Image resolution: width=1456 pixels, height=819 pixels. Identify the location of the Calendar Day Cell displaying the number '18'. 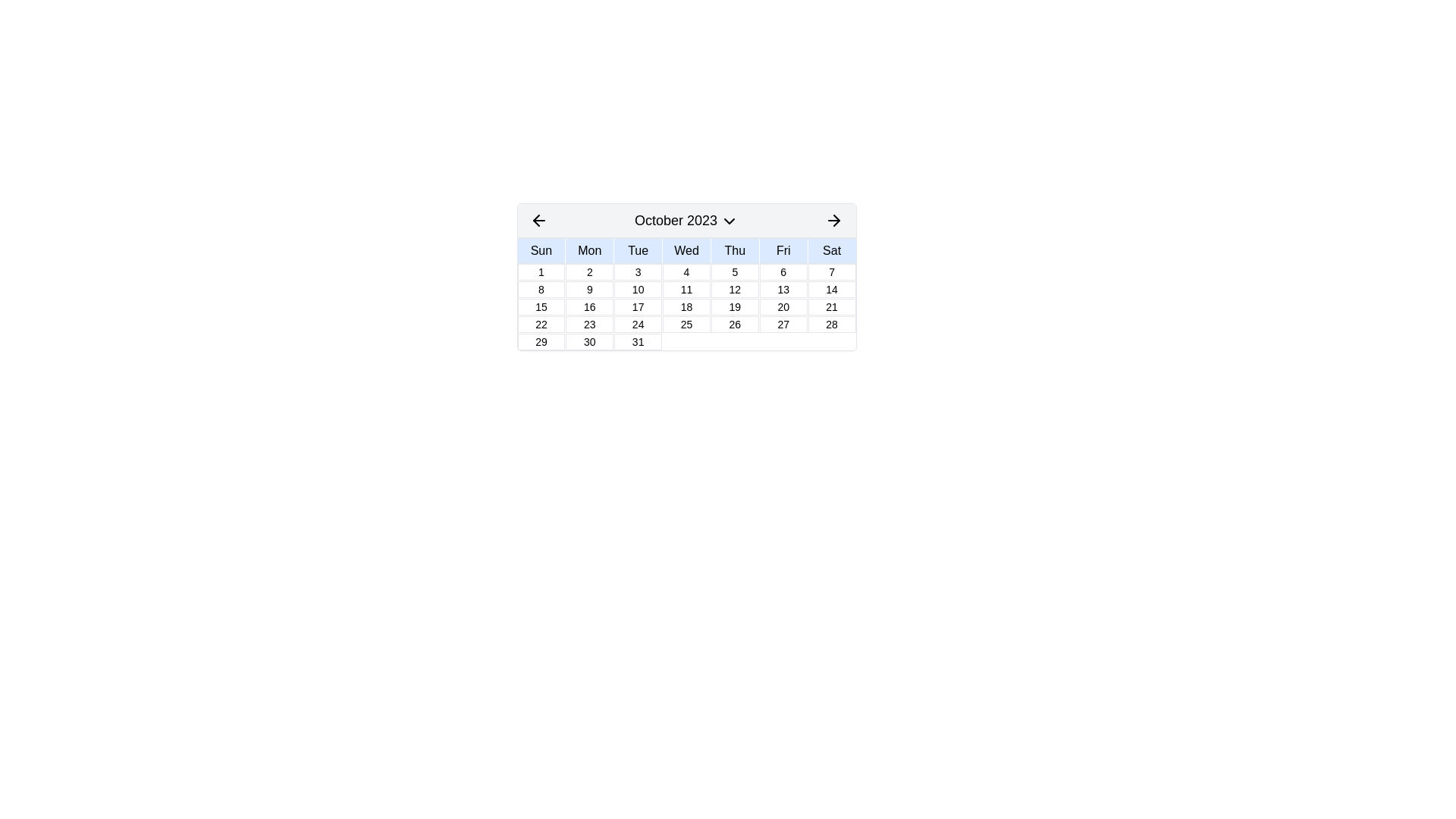
(686, 307).